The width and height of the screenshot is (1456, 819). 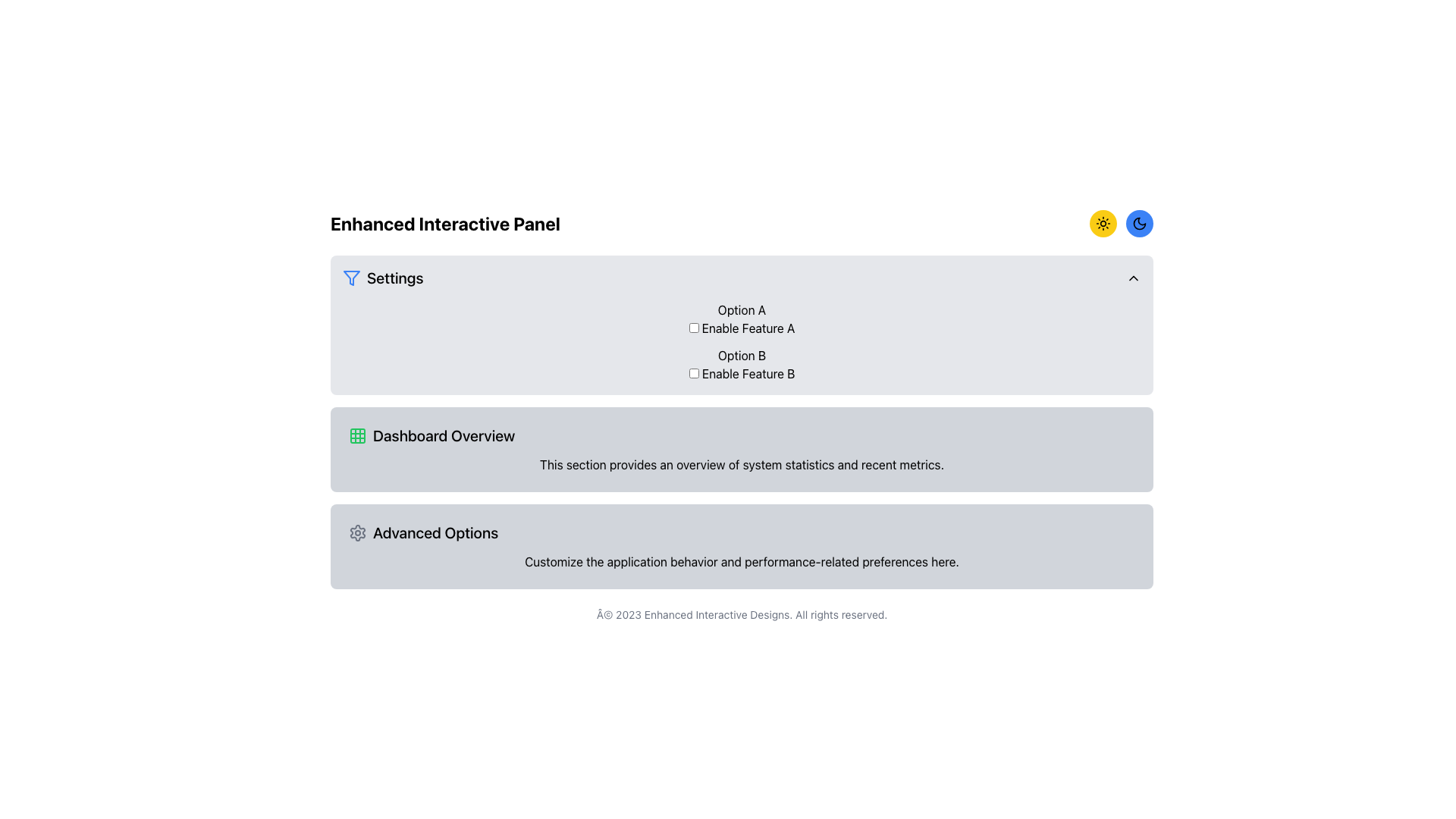 What do you see at coordinates (443, 435) in the screenshot?
I see `the 'Dashboard Overview' text label, which is styled as a heading and located beneath the 'Settings' section with a green grid icon to its left` at bounding box center [443, 435].